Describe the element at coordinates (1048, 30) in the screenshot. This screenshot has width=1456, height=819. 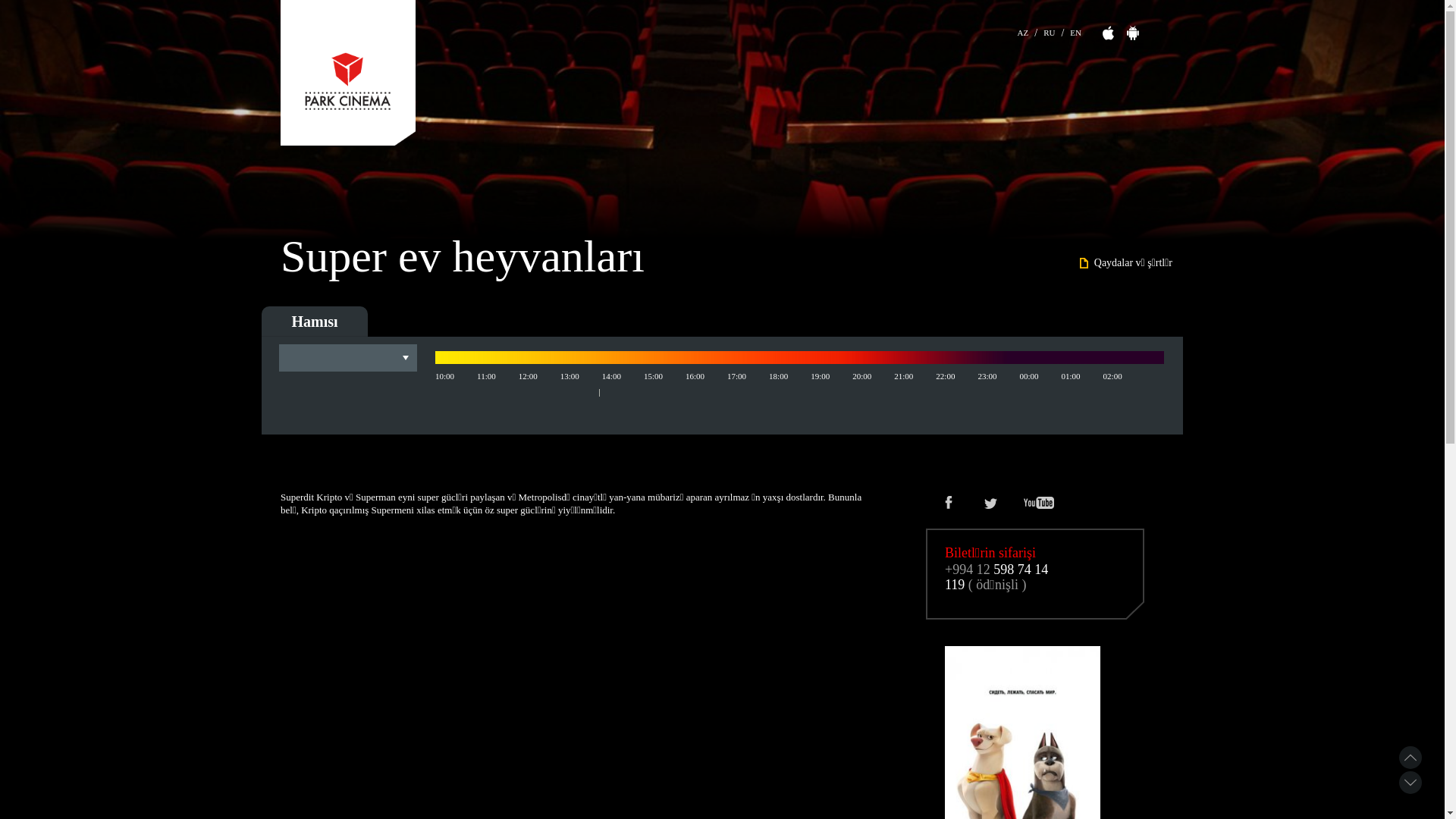
I see `'RU'` at that location.